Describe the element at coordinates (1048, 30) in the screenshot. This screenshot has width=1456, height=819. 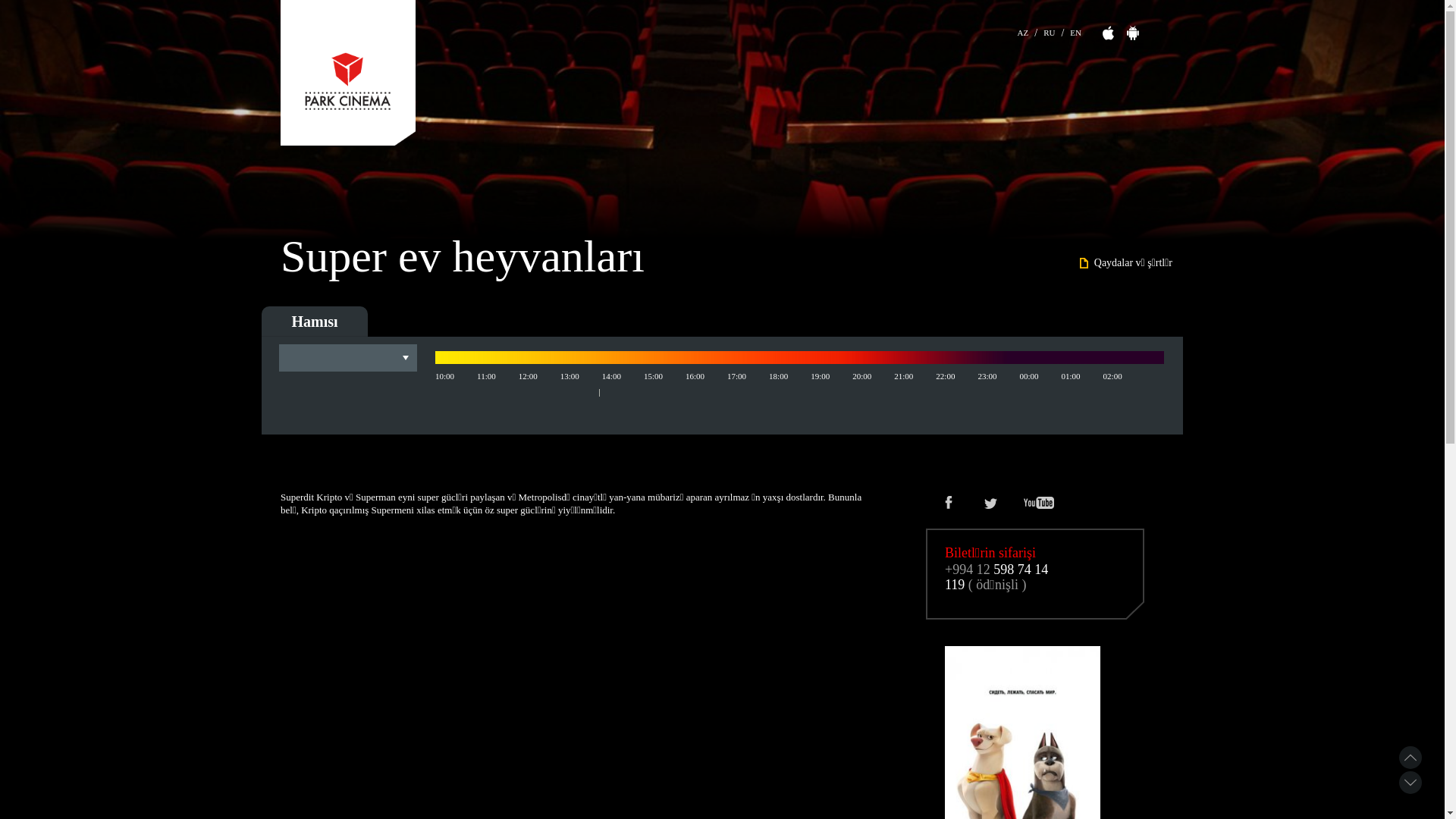
I see `'RU'` at that location.